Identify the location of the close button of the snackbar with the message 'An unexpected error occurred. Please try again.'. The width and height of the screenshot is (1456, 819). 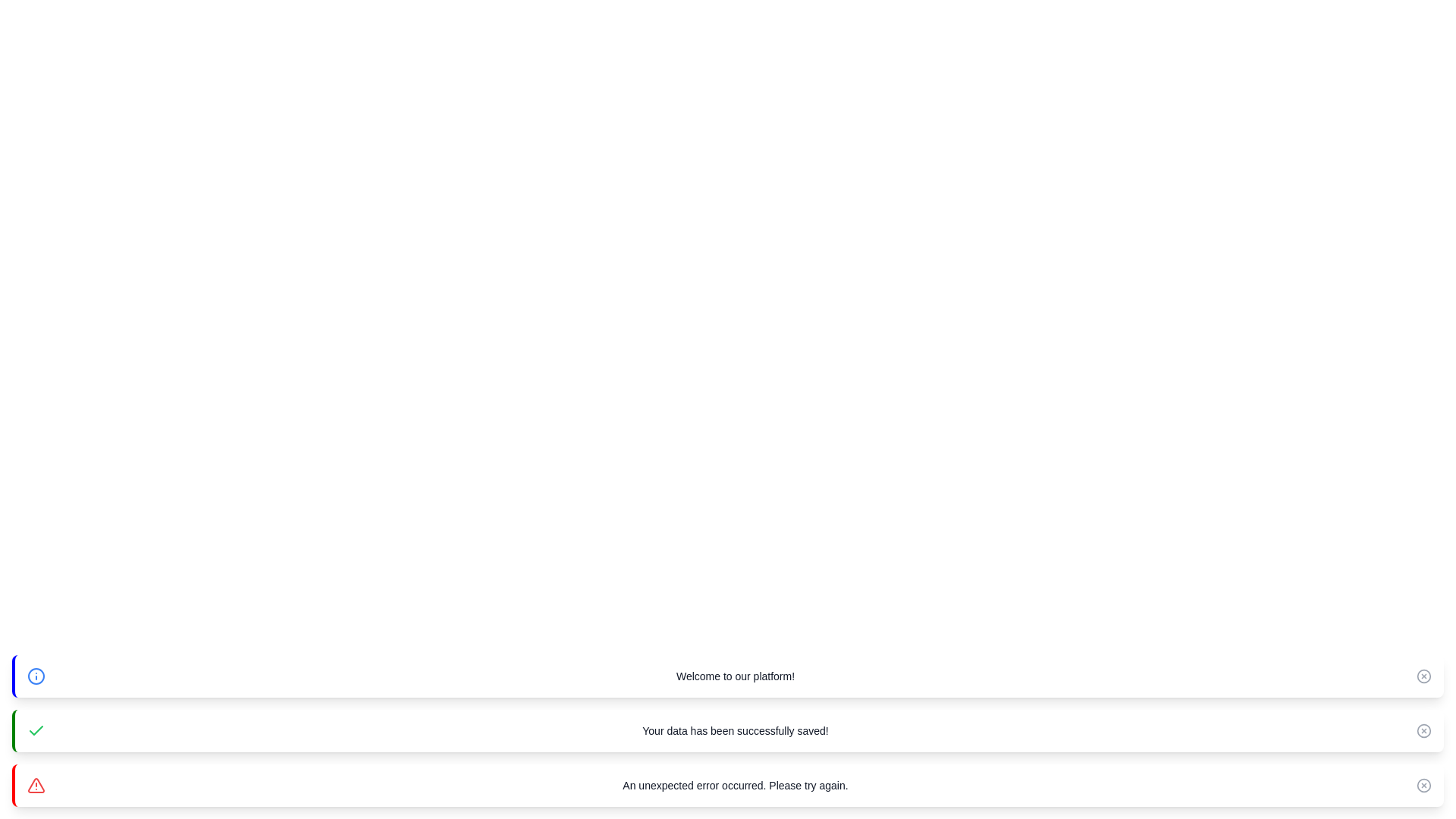
(1423, 785).